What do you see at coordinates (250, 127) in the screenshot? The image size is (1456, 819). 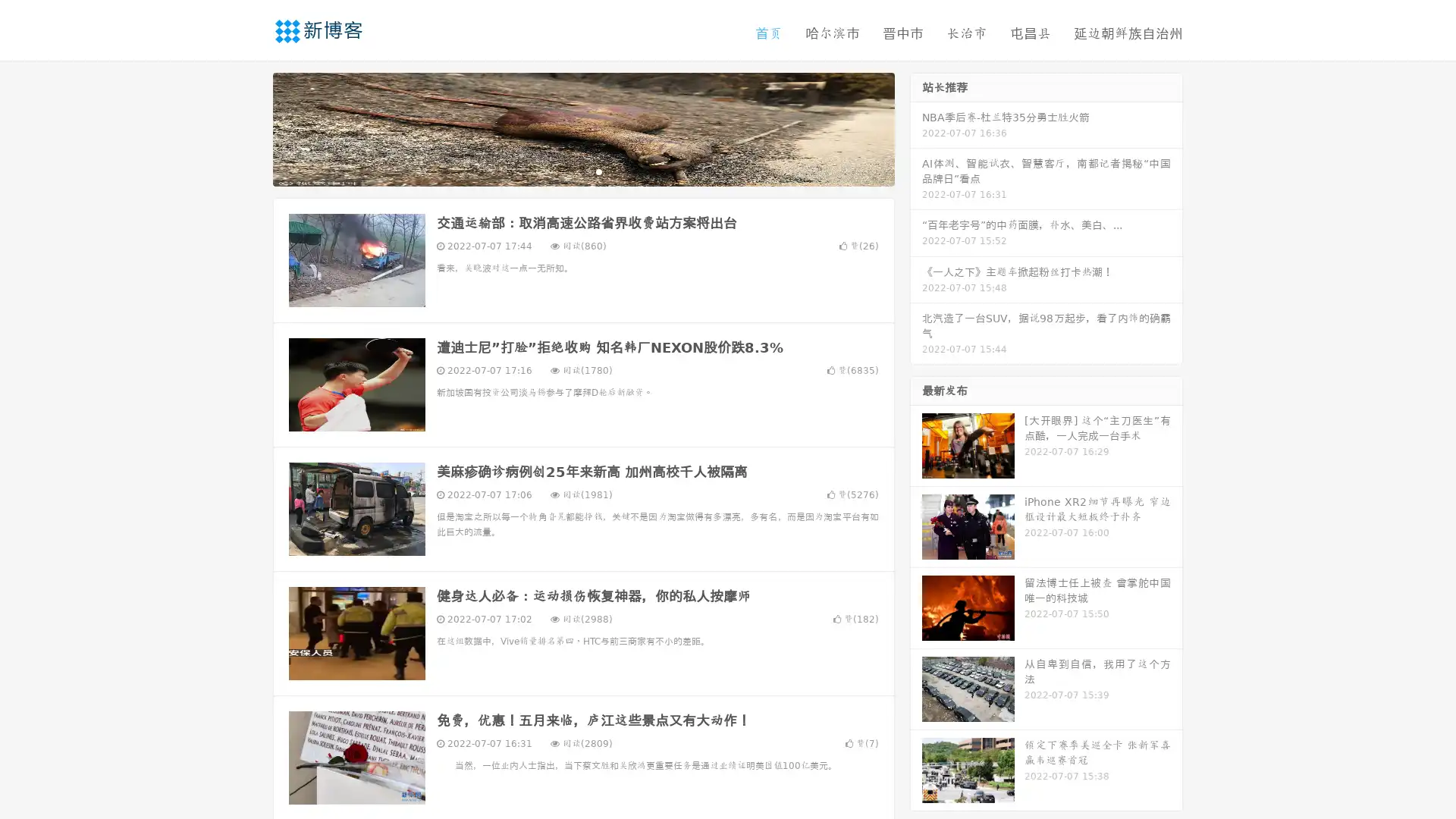 I see `Previous slide` at bounding box center [250, 127].